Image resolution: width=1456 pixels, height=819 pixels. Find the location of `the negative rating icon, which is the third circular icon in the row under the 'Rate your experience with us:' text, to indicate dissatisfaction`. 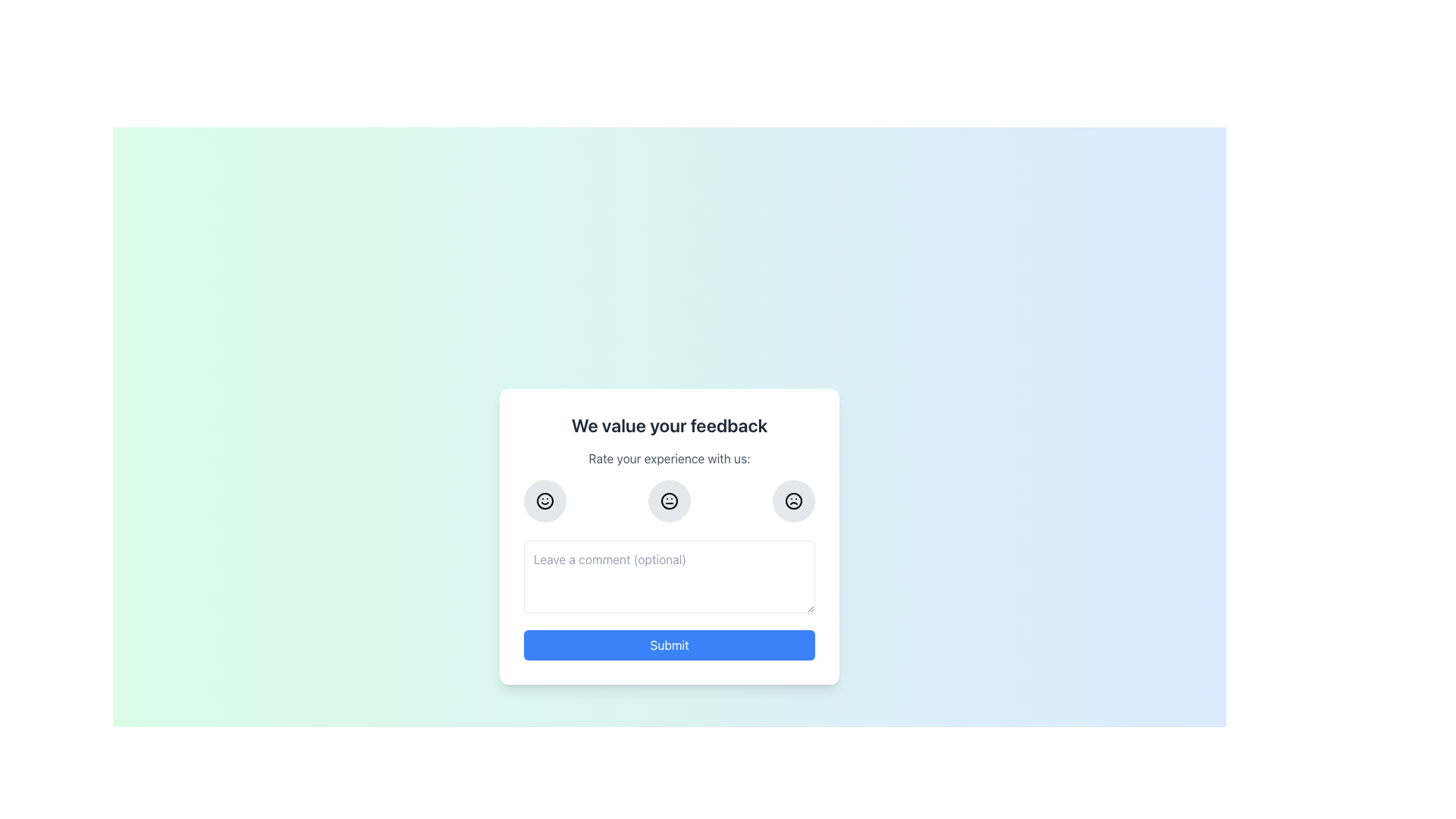

the negative rating icon, which is the third circular icon in the row under the 'Rate your experience with us:' text, to indicate dissatisfaction is located at coordinates (792, 500).